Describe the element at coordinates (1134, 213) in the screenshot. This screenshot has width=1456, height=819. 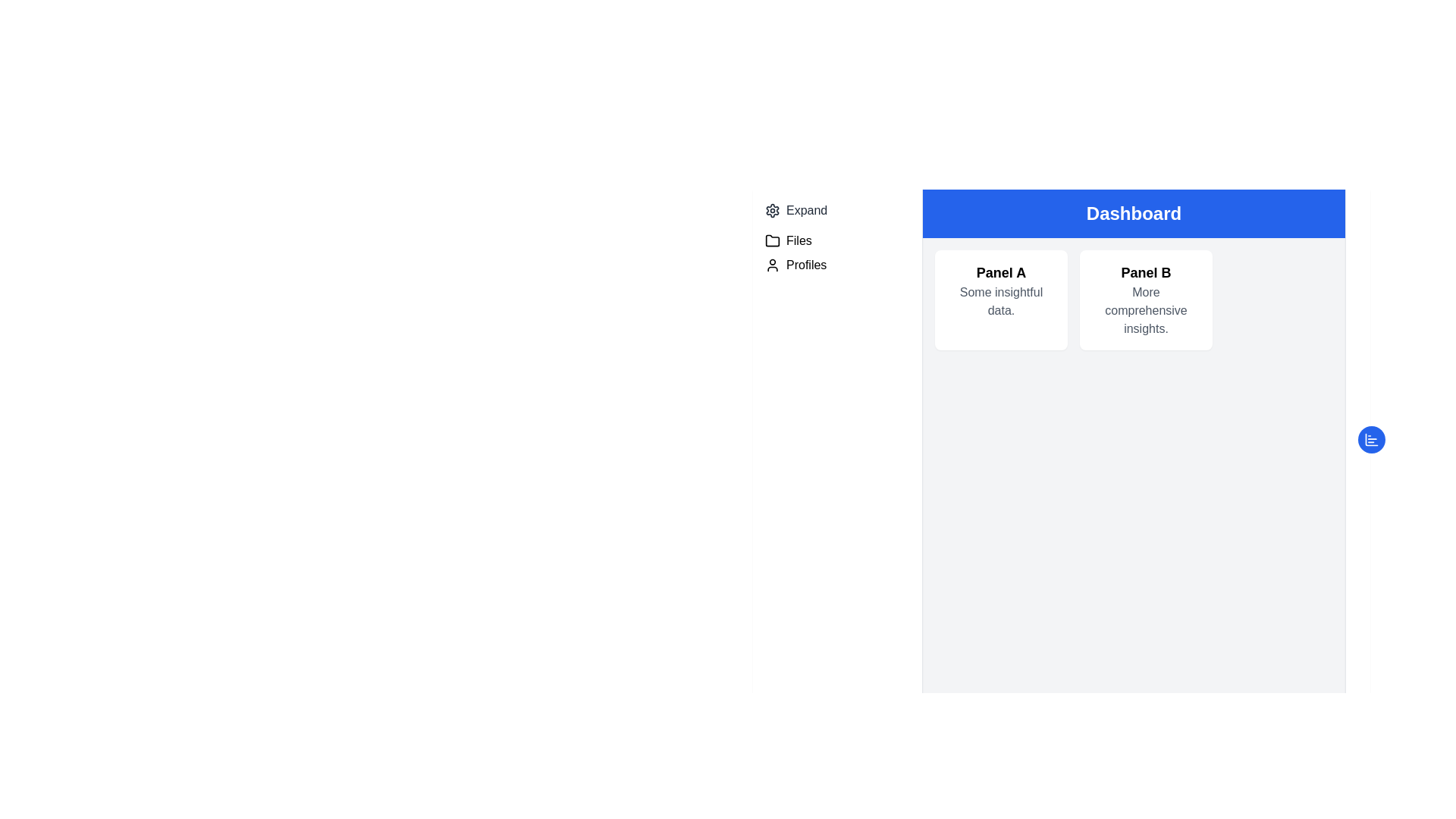
I see `the static text label indicating that the user is on the 'Dashboard' page, which is located in the top center area of the interface within a blue header section` at that location.